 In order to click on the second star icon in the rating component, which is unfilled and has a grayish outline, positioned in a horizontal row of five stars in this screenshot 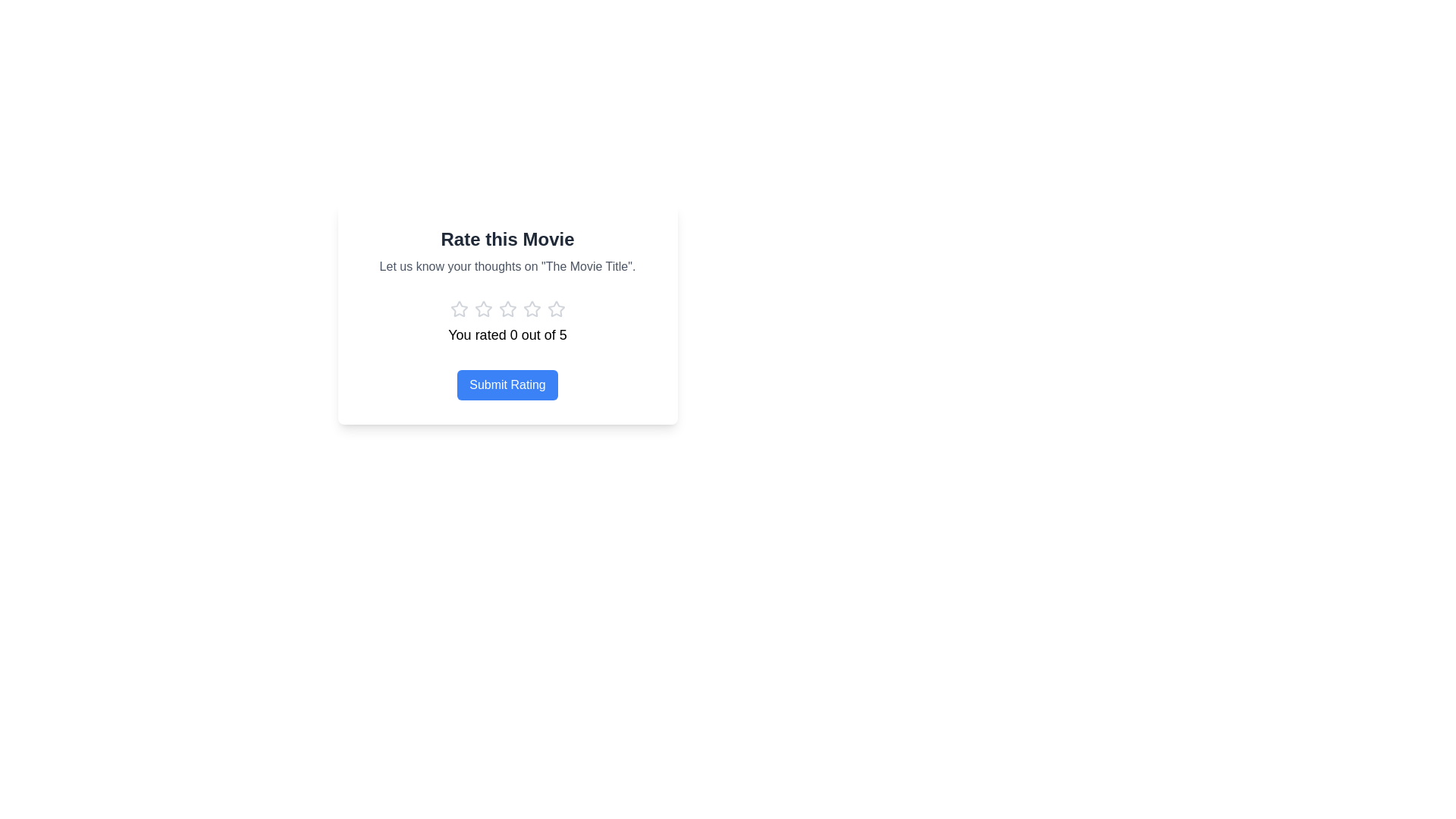, I will do `click(532, 308)`.